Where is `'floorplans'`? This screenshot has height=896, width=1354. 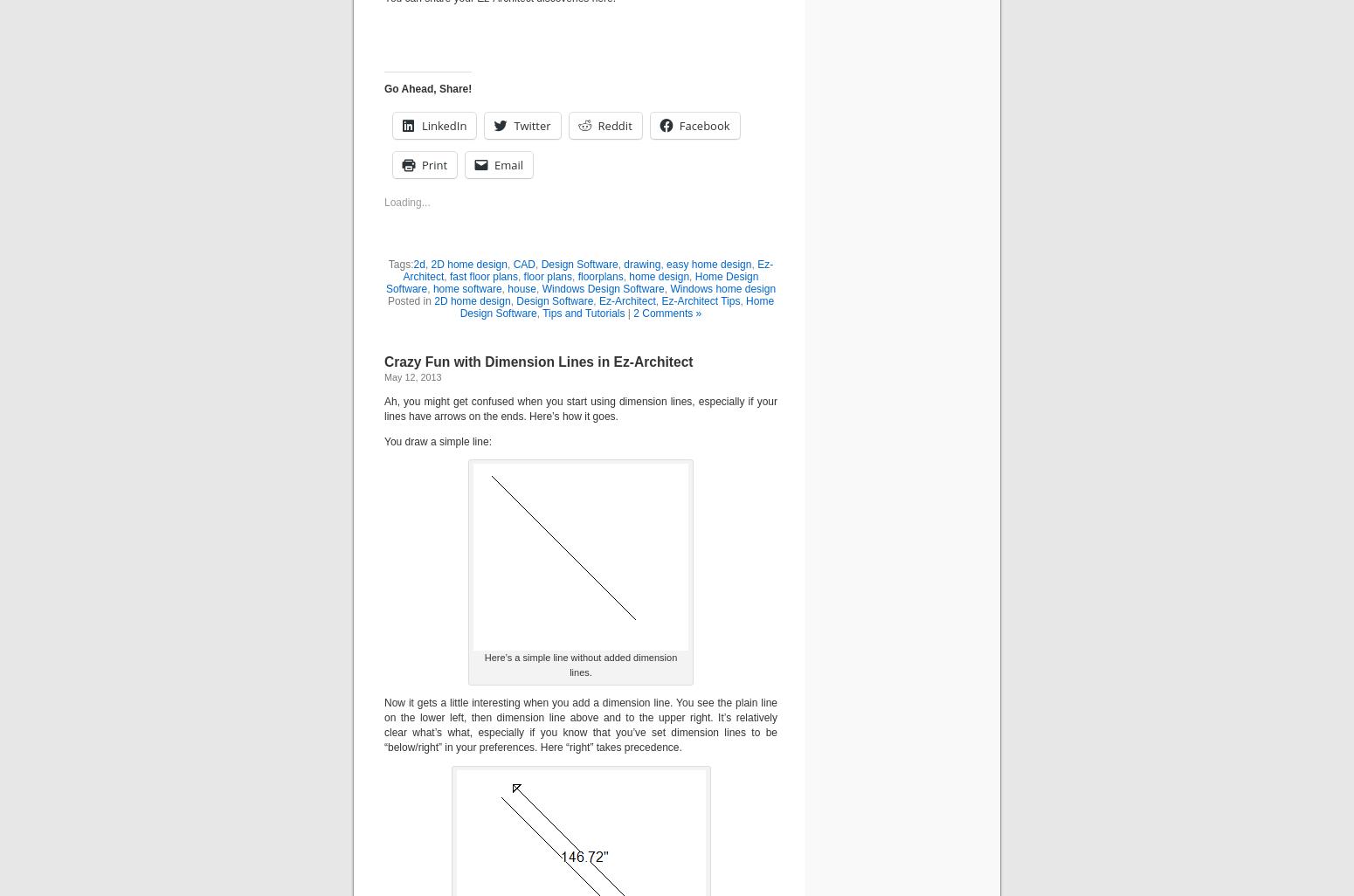 'floorplans' is located at coordinates (598, 276).